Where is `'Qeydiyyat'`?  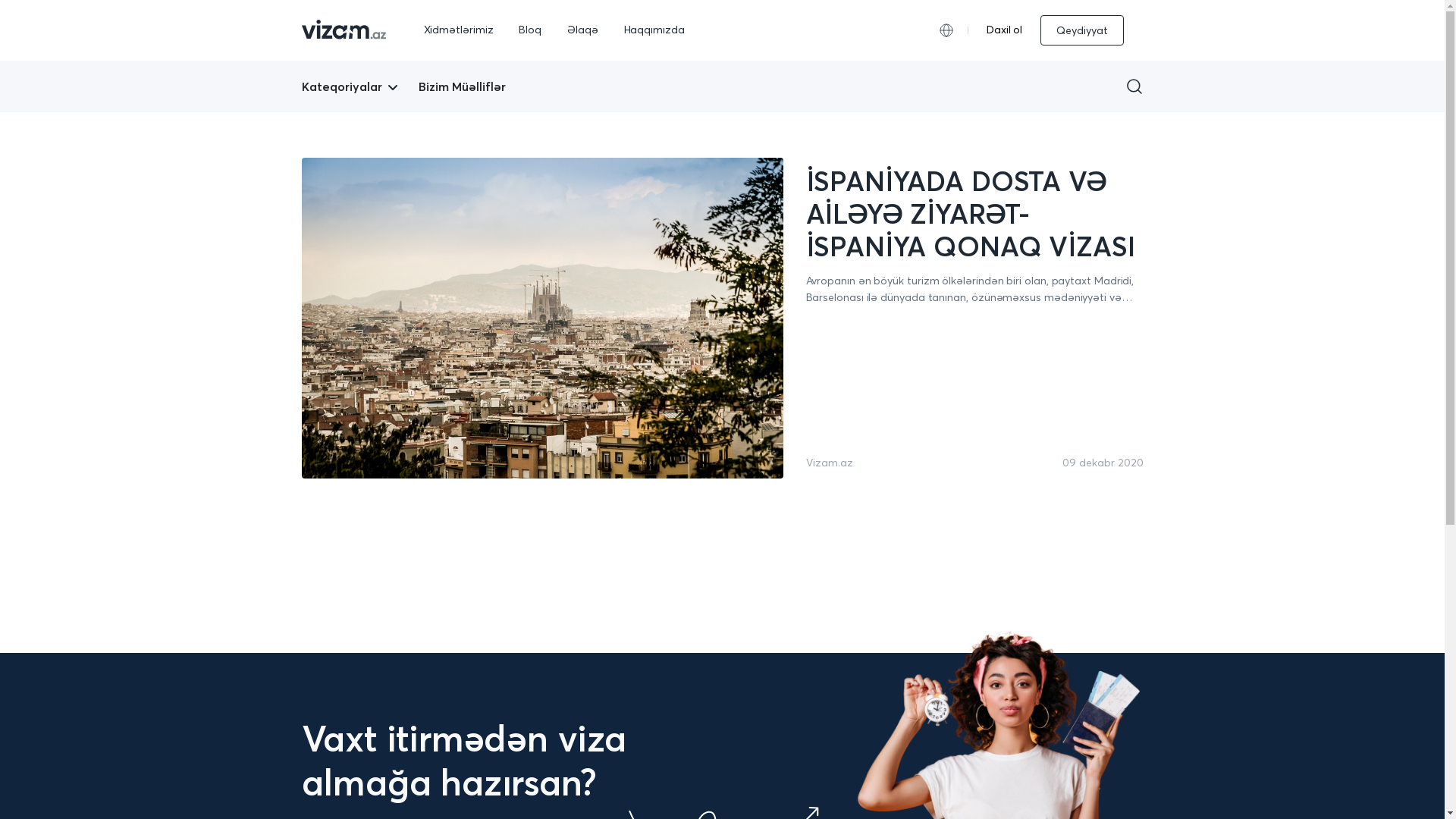
'Qeydiyyat' is located at coordinates (1040, 30).